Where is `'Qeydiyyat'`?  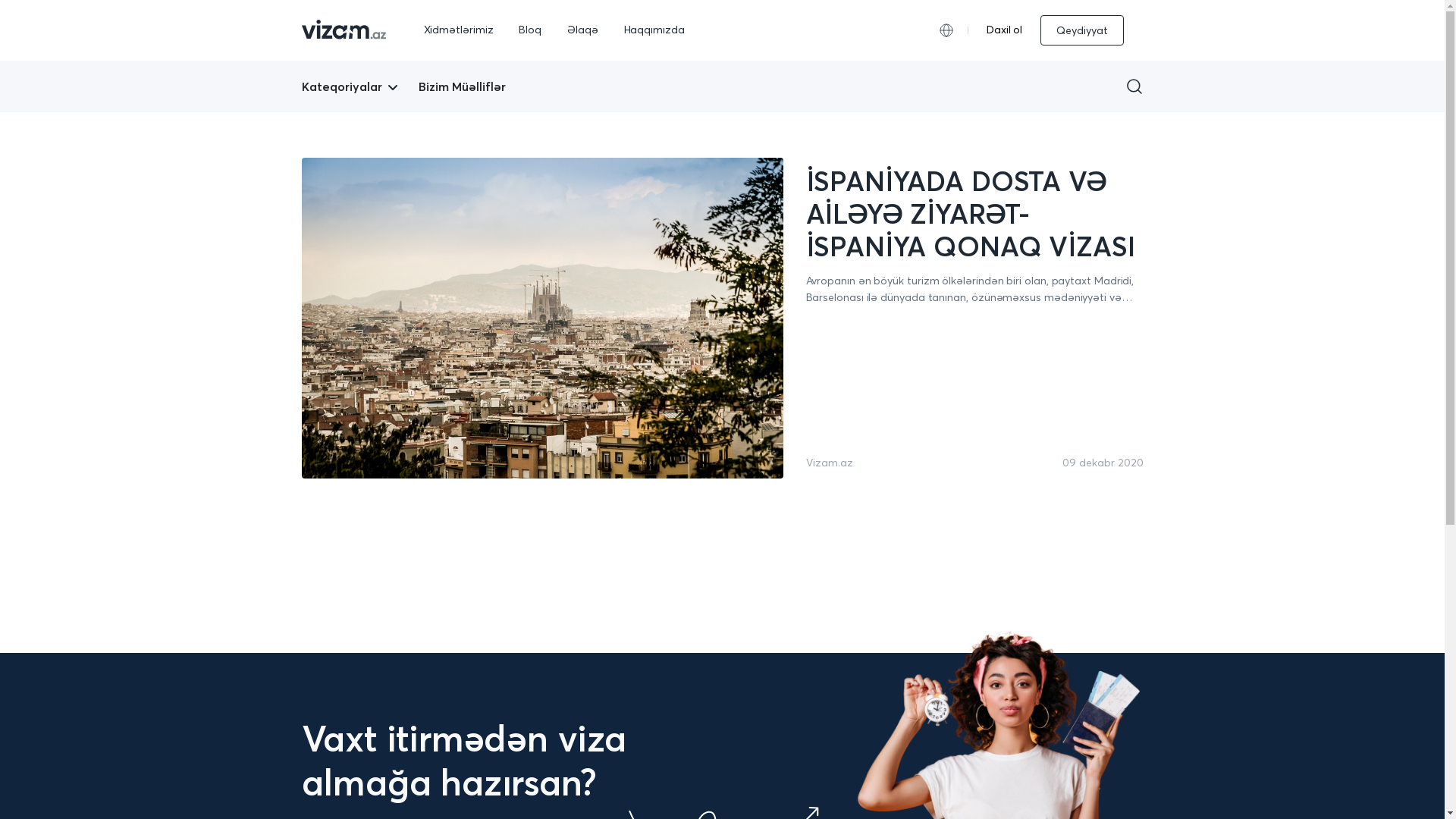
'Qeydiyyat' is located at coordinates (1040, 30).